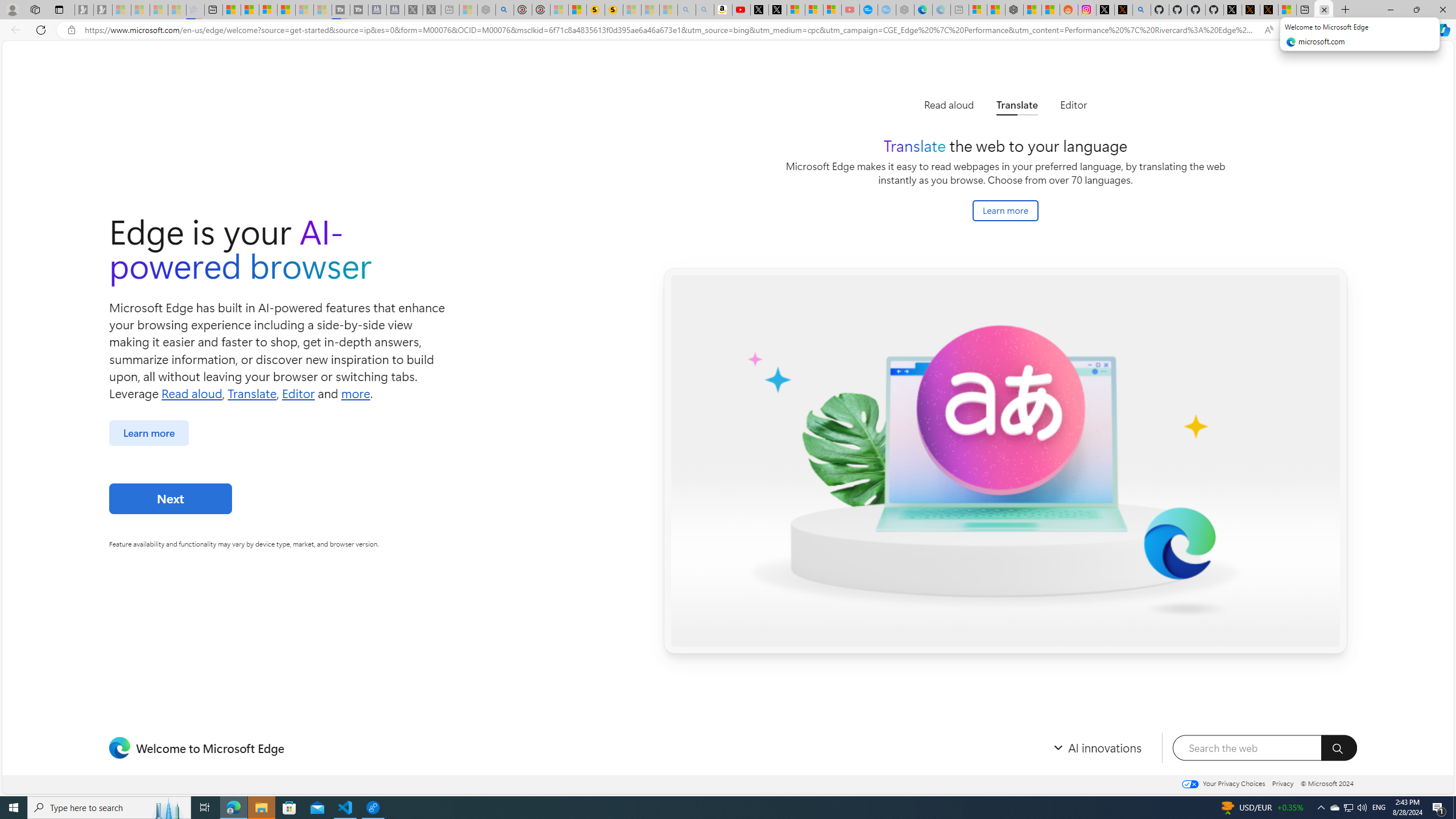 The width and height of the screenshot is (1456, 819). I want to click on 'Gloom - YouTube - Sleeping', so click(851, 9).